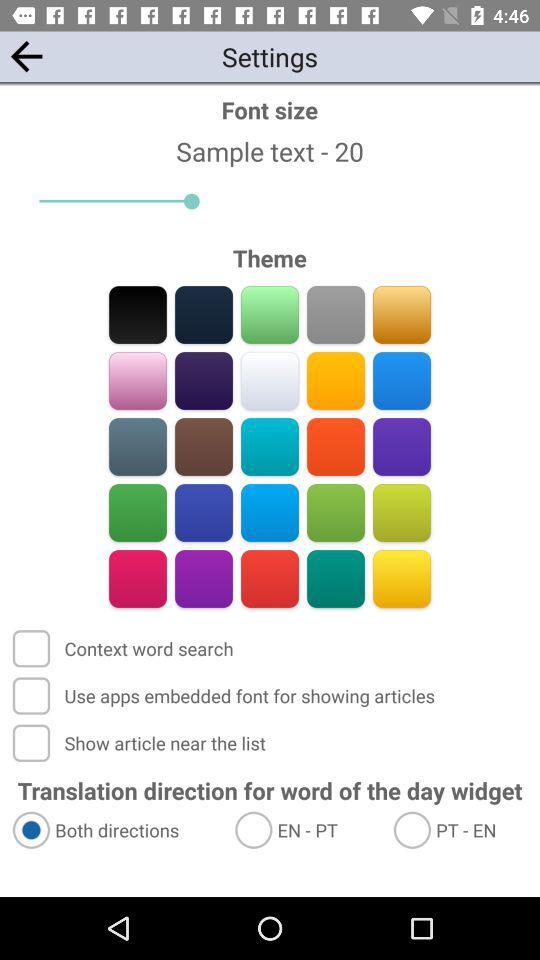  I want to click on color, so click(335, 512).